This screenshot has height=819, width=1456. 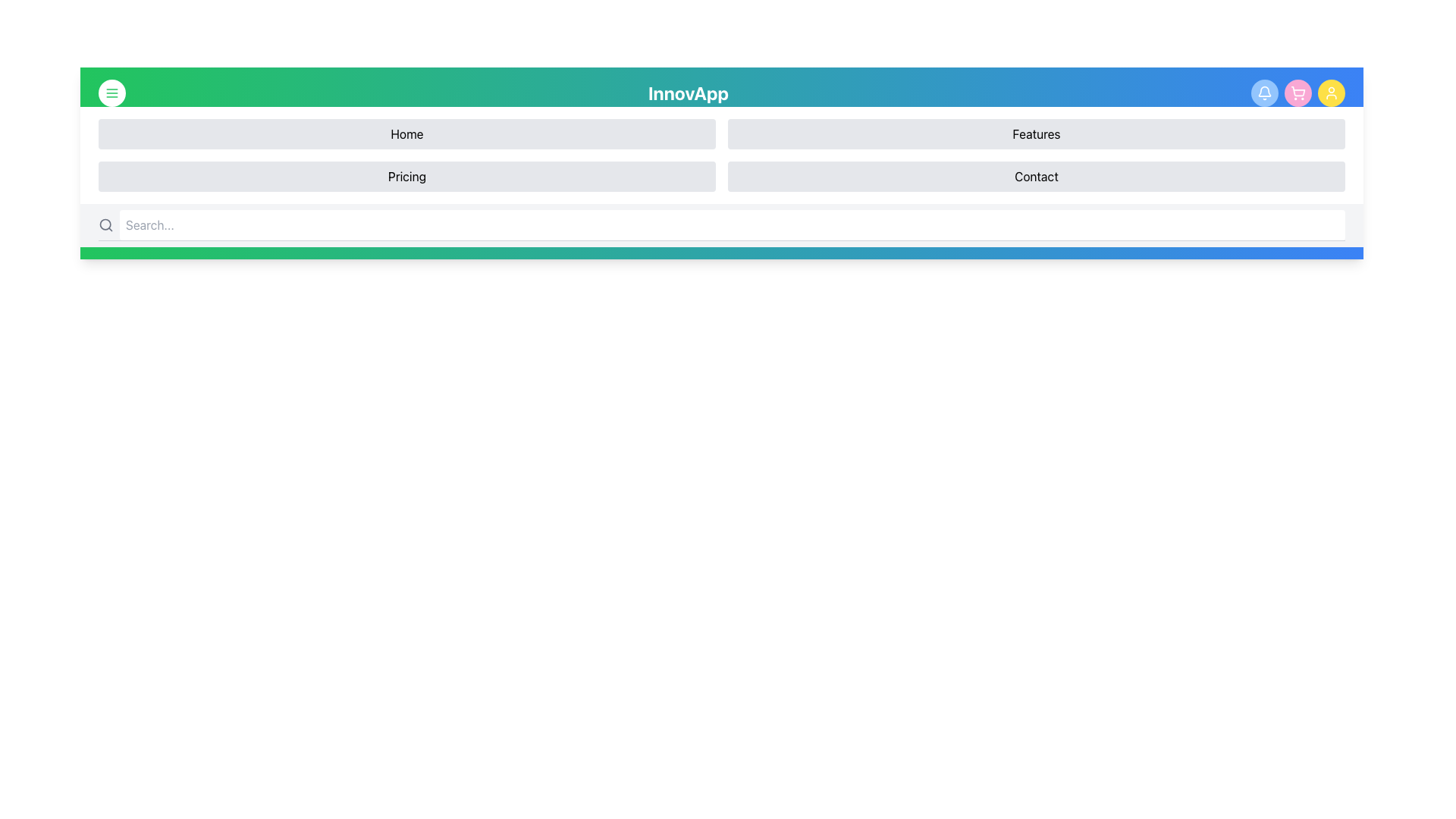 What do you see at coordinates (407, 175) in the screenshot?
I see `the 'Pricing' button, which is a rectangular button with a light gray background and rounded corners, located in the left column of the second row of a two-row grid` at bounding box center [407, 175].